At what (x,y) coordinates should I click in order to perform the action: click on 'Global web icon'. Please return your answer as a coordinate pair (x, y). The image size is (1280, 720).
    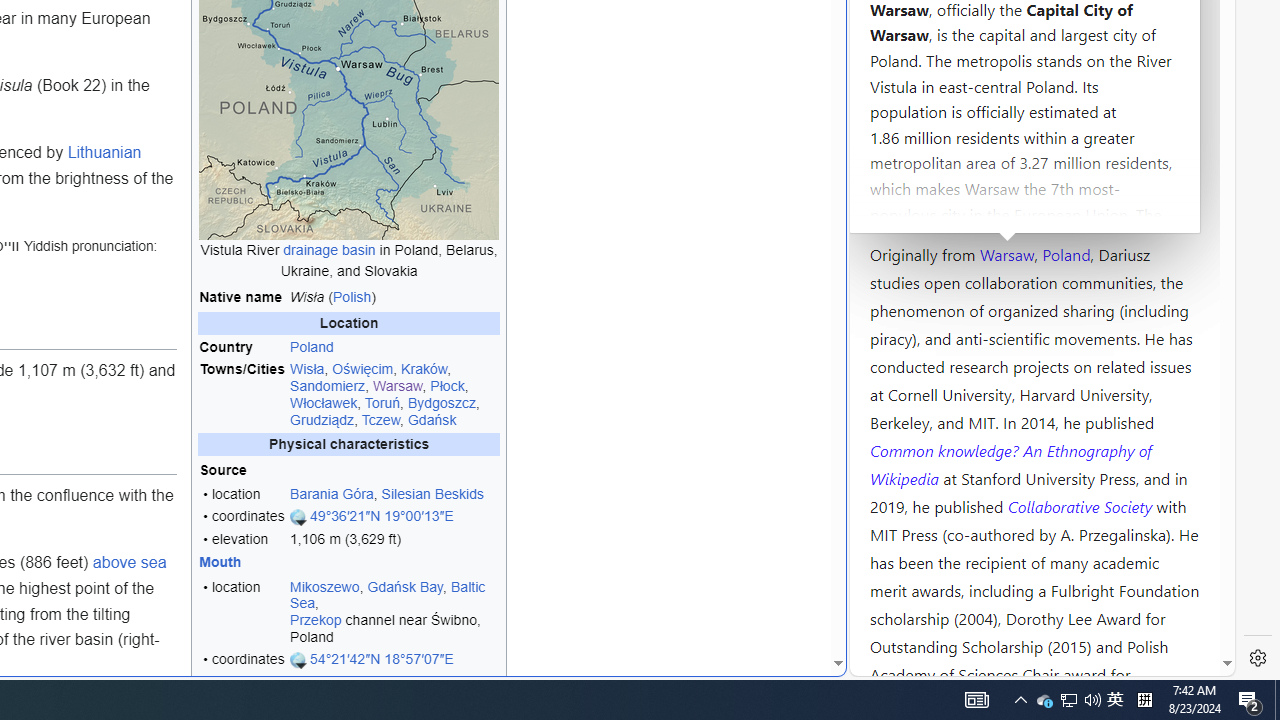
    Looking at the image, I should click on (887, 663).